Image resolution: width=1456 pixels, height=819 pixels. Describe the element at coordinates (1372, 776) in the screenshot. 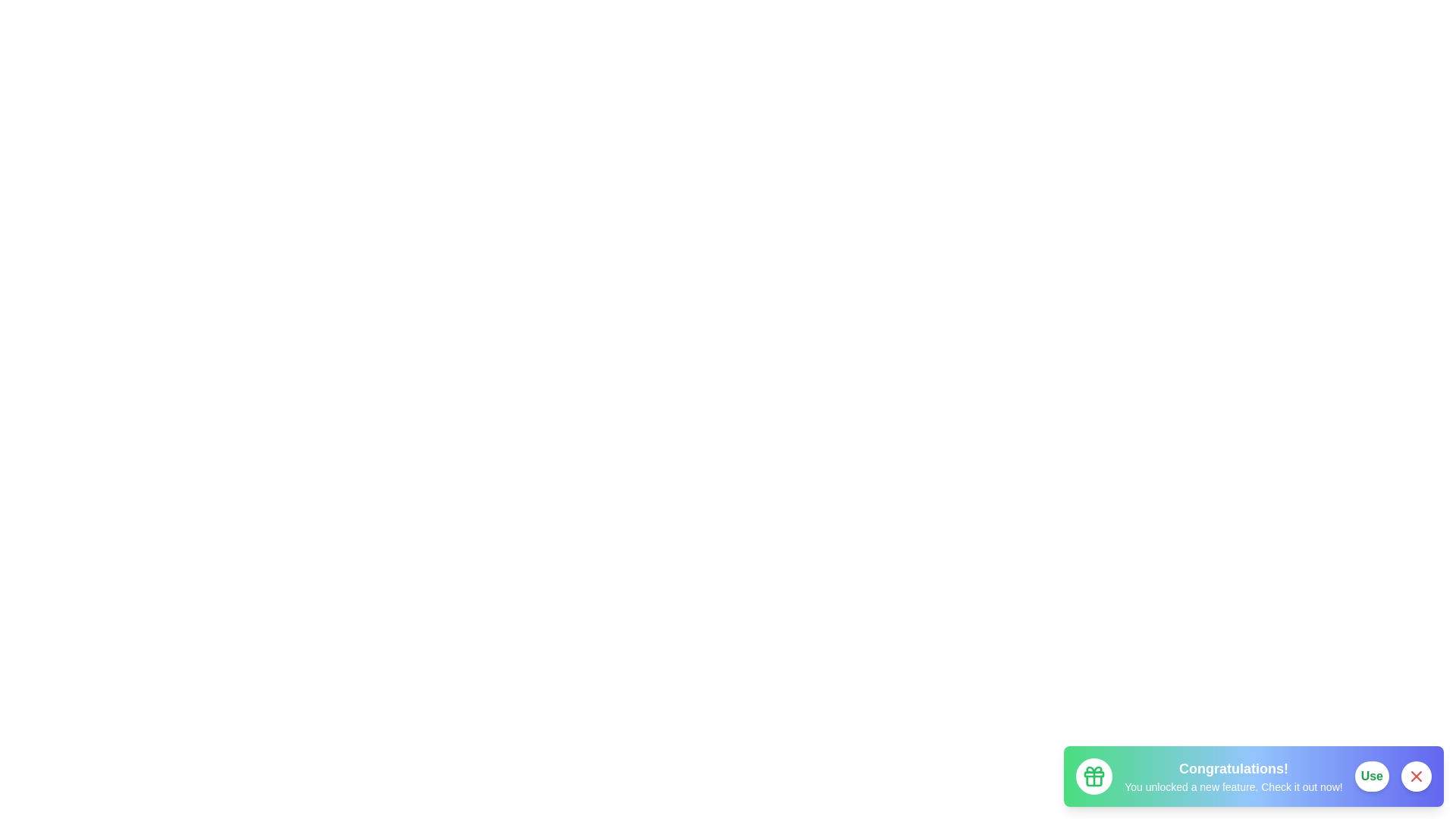

I see `the button Use to observe its hover effect` at that location.